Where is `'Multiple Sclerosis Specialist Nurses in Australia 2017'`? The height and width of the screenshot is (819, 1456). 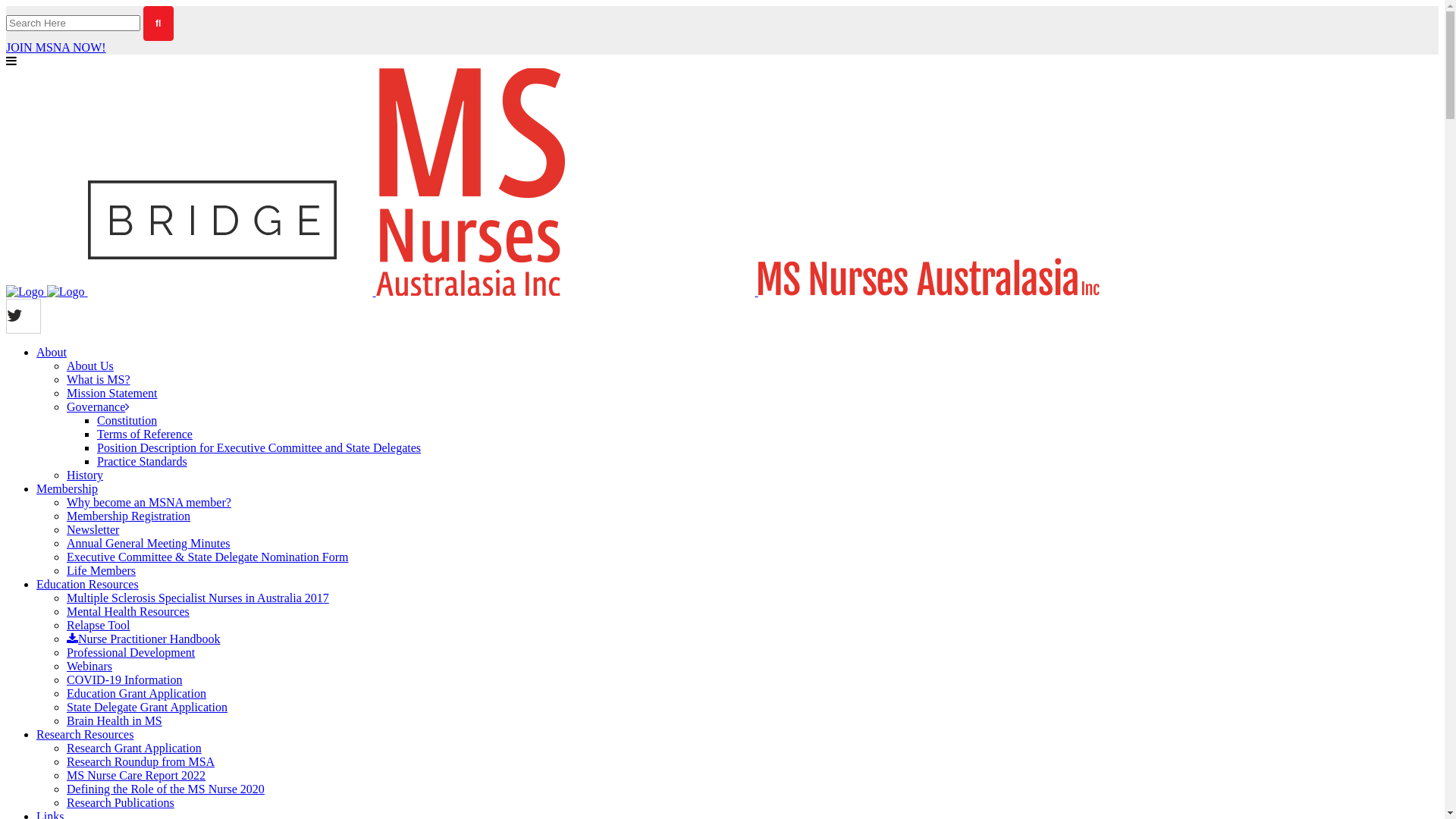 'Multiple Sclerosis Specialist Nurses in Australia 2017' is located at coordinates (196, 597).